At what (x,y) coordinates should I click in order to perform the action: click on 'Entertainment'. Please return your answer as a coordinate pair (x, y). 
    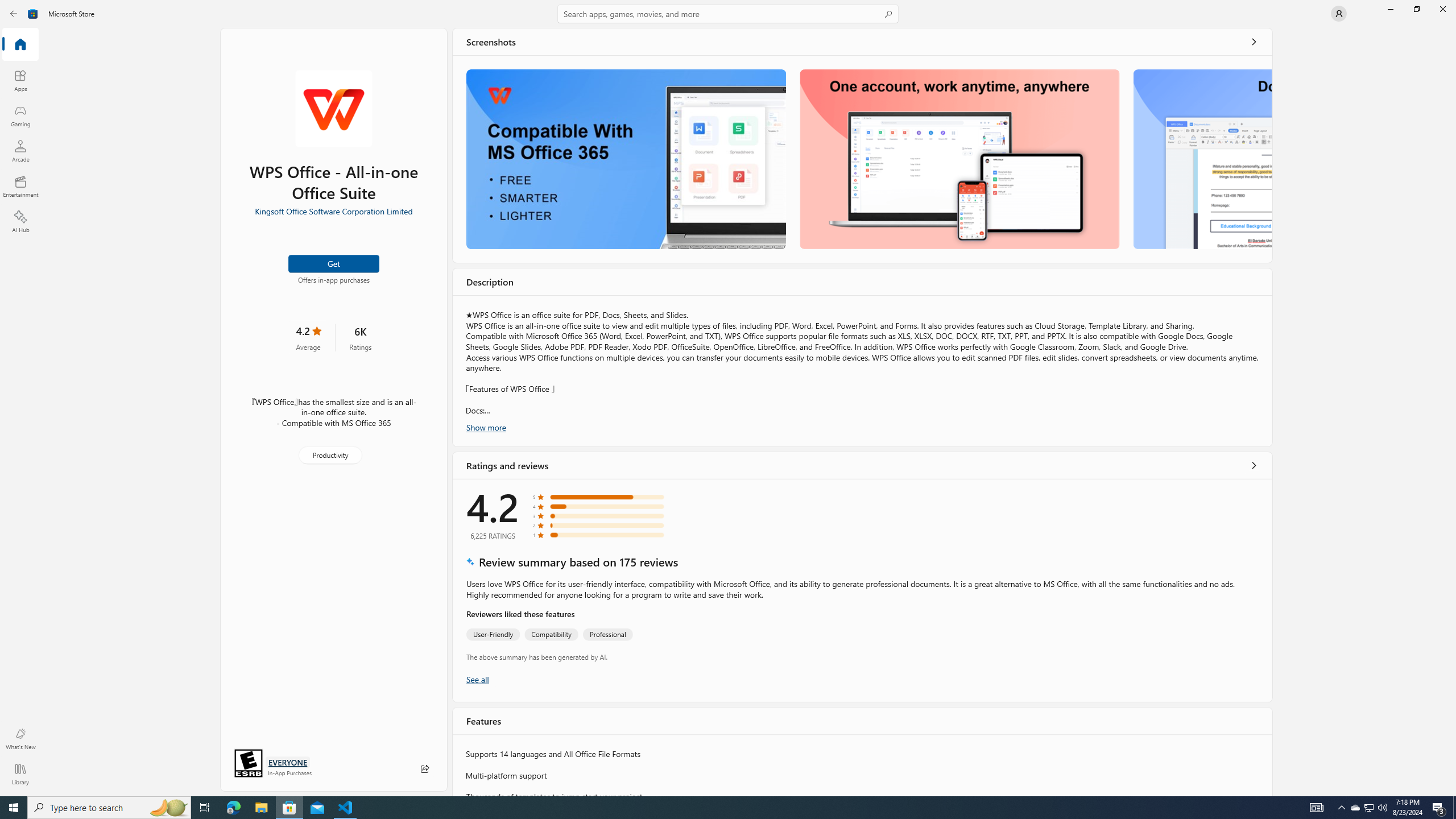
    Looking at the image, I should click on (19, 185).